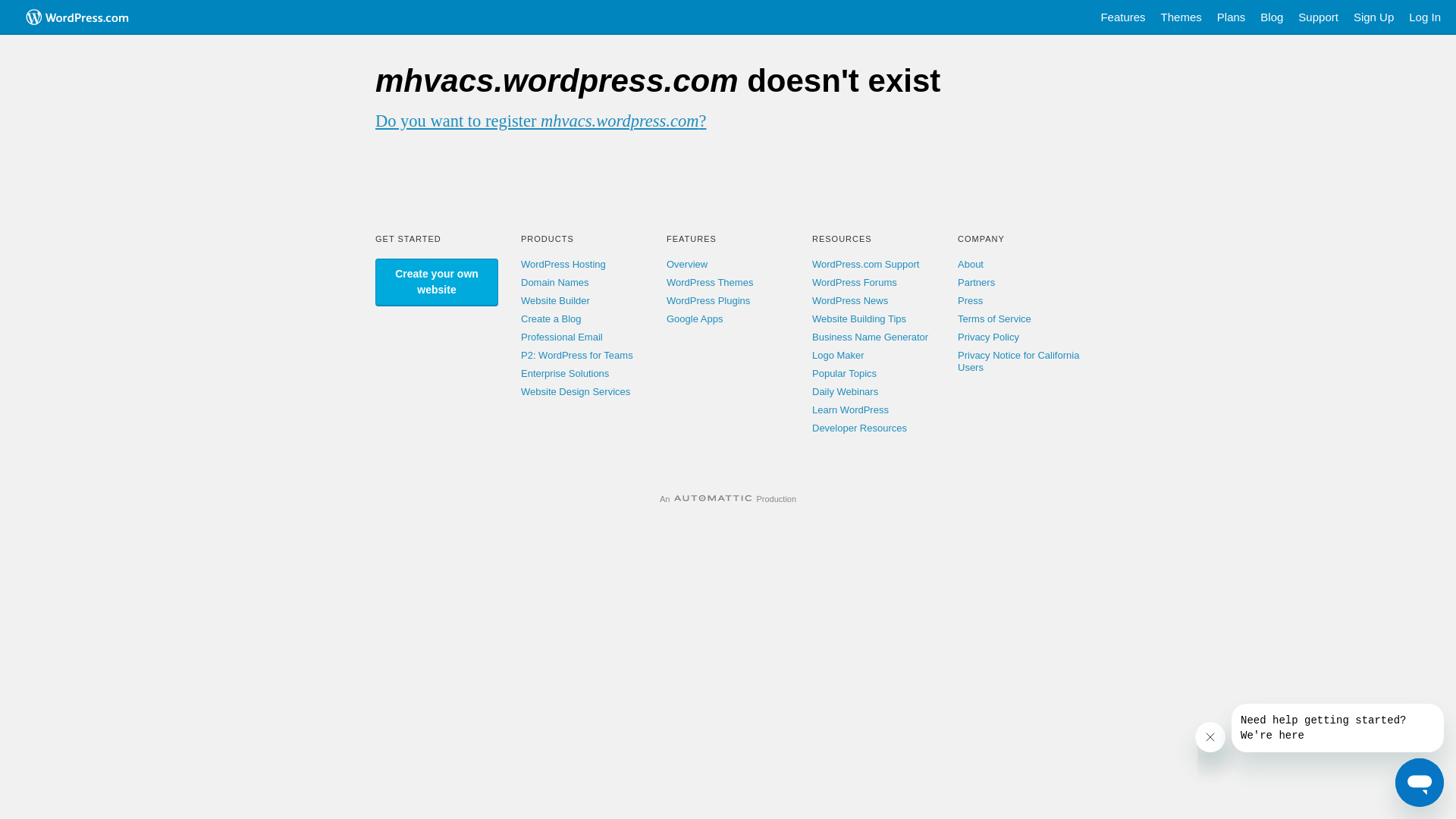  What do you see at coordinates (1337, 727) in the screenshot?
I see `'Message from company'` at bounding box center [1337, 727].